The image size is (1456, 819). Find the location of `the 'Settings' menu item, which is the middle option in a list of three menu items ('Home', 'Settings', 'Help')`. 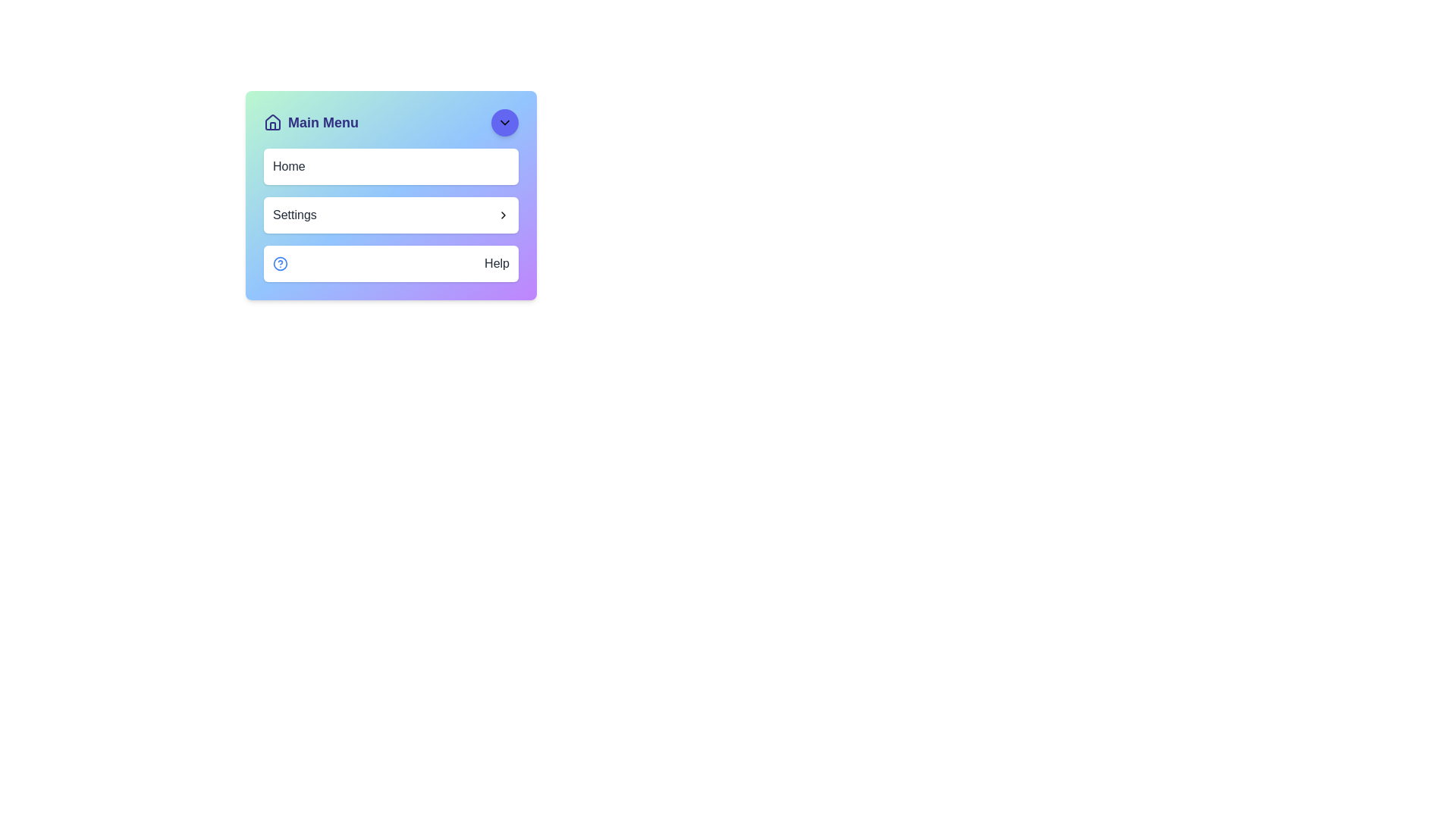

the 'Settings' menu item, which is the middle option in a list of three menu items ('Home', 'Settings', 'Help') is located at coordinates (391, 215).